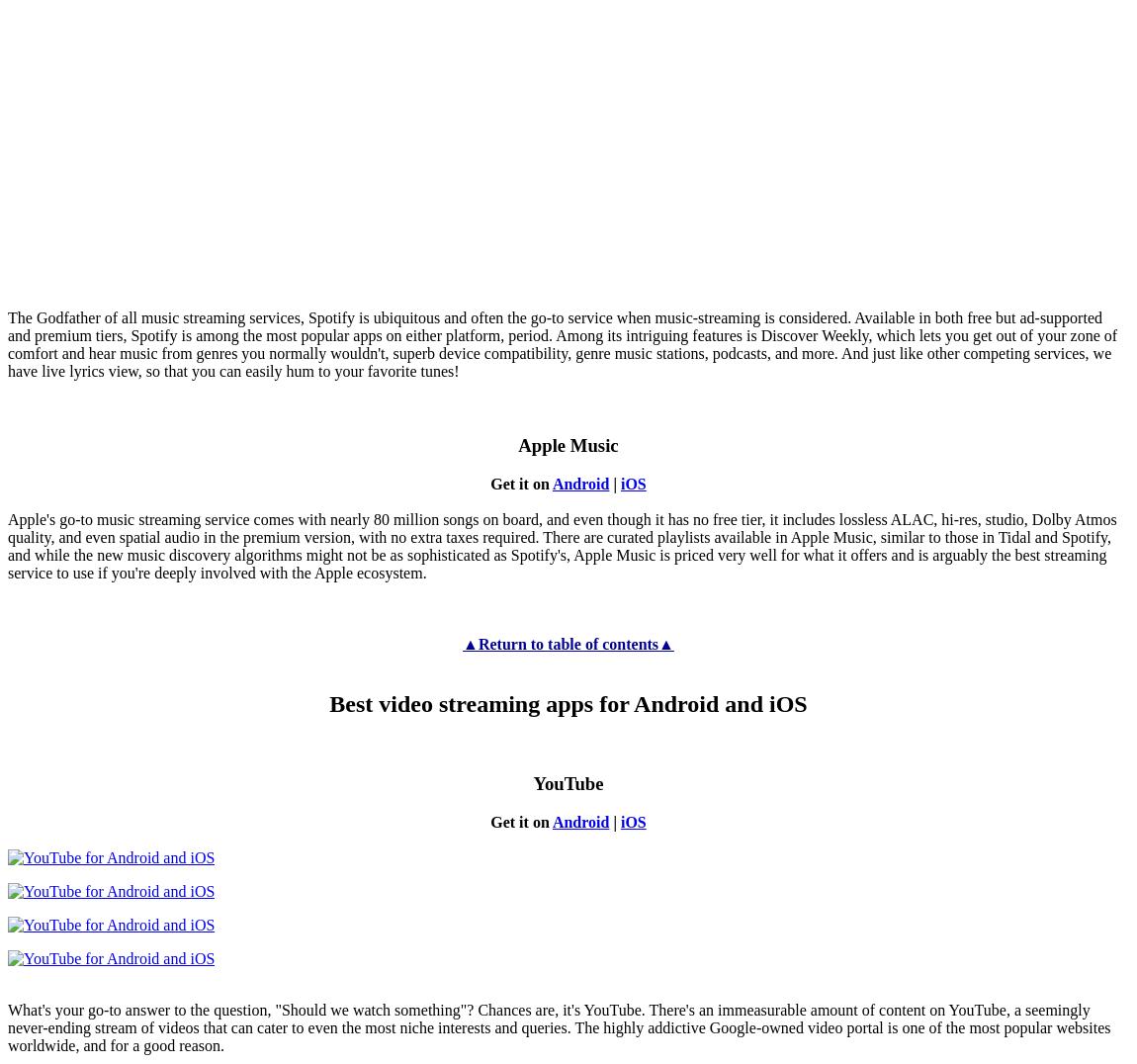 The width and height of the screenshot is (1137, 1064). I want to click on 'Apple's go-to music streaming service comes with nearly 80 million songs on board, and even though it has no free tier, it includes lossless ALAC, hi-res, studio, Dolby Atmos quality, and even spatial audio in the premium version, with no extra taxes required. There are curated playlists available in Apple Music, similar to those in Tidal and Spotify, and while the new music discovery algorithms might not be as sophisticated as Spotify's, Apple Music is priced very well for what it offers and is arguably the best streaming service to use if you're deeply involved with the Apple ecosystem.', so click(562, 544).